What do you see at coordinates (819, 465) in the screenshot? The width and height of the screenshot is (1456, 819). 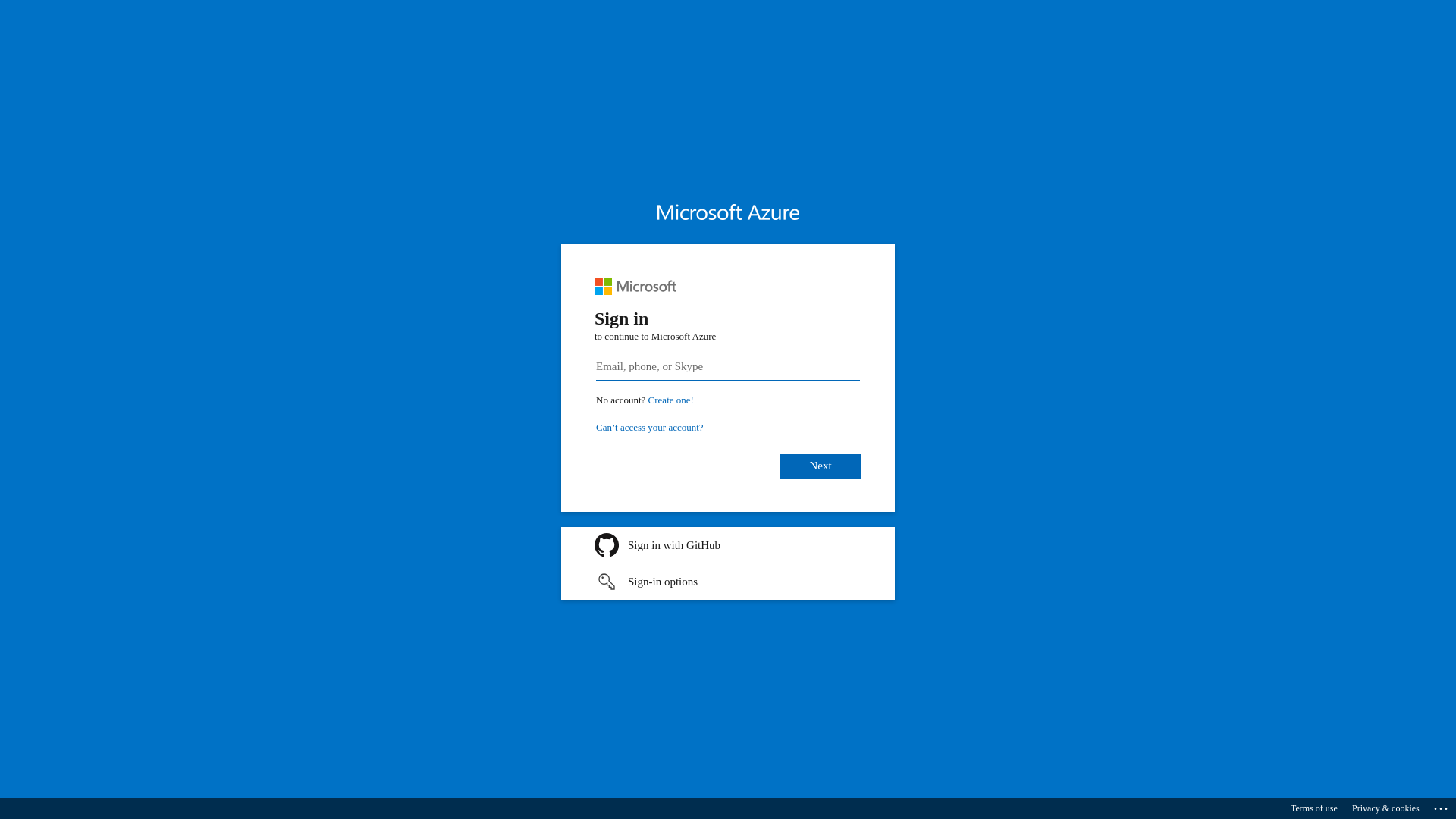 I see `'Next'` at bounding box center [819, 465].